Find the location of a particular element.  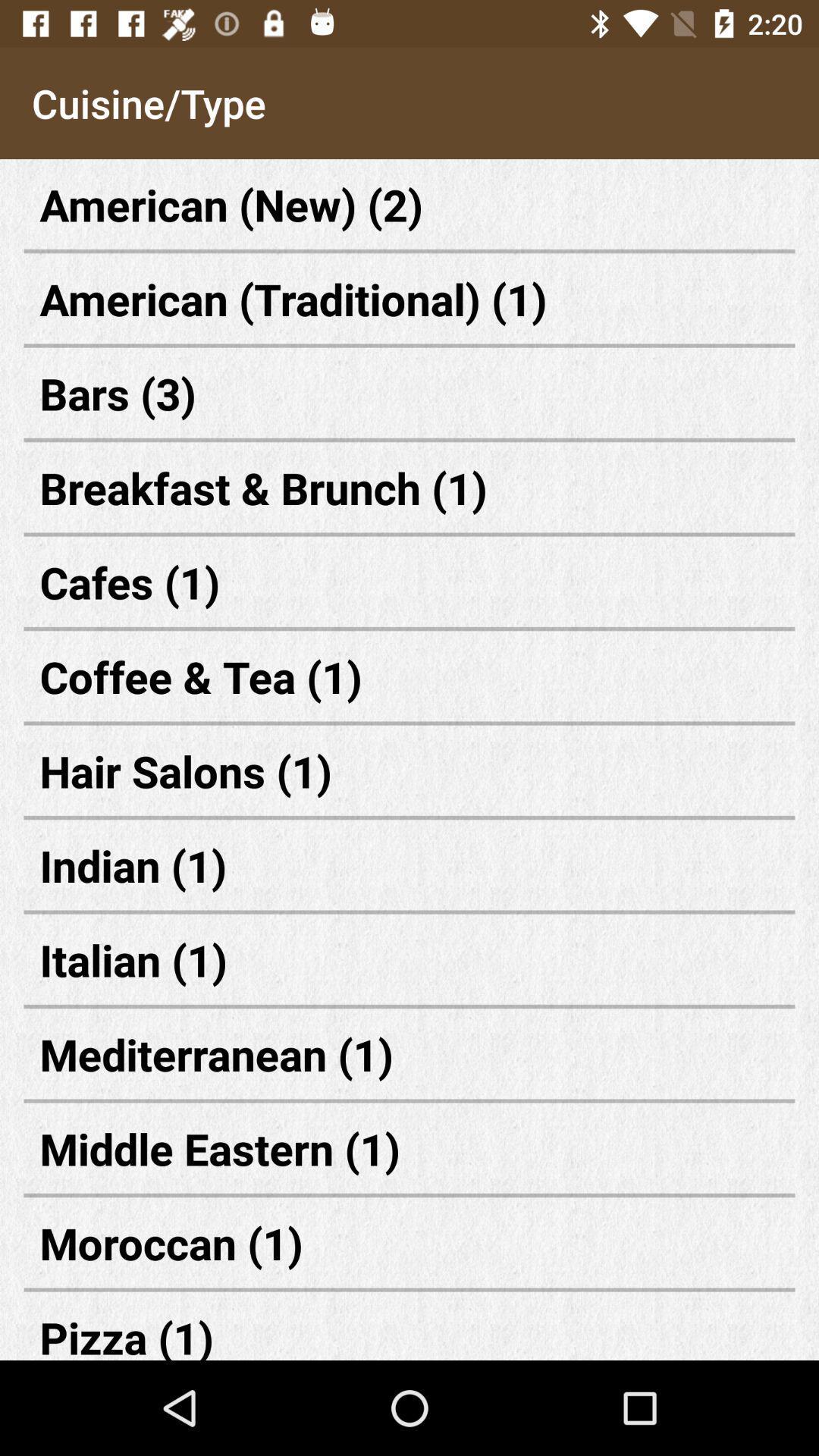

icon above breakfast & brunch (1) item is located at coordinates (409, 393).